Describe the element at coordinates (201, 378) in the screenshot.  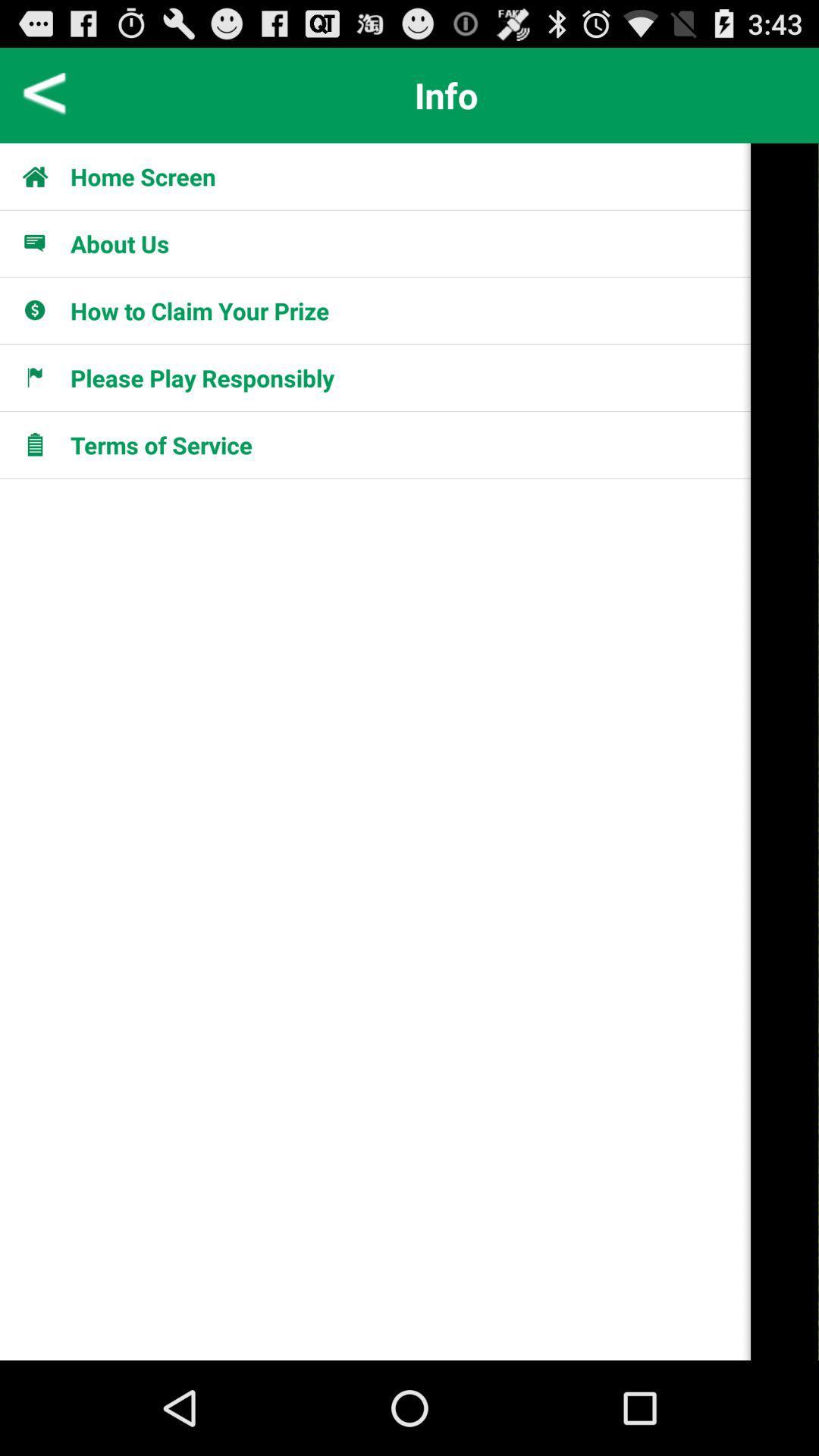
I see `the icon below the how to claim app` at that location.